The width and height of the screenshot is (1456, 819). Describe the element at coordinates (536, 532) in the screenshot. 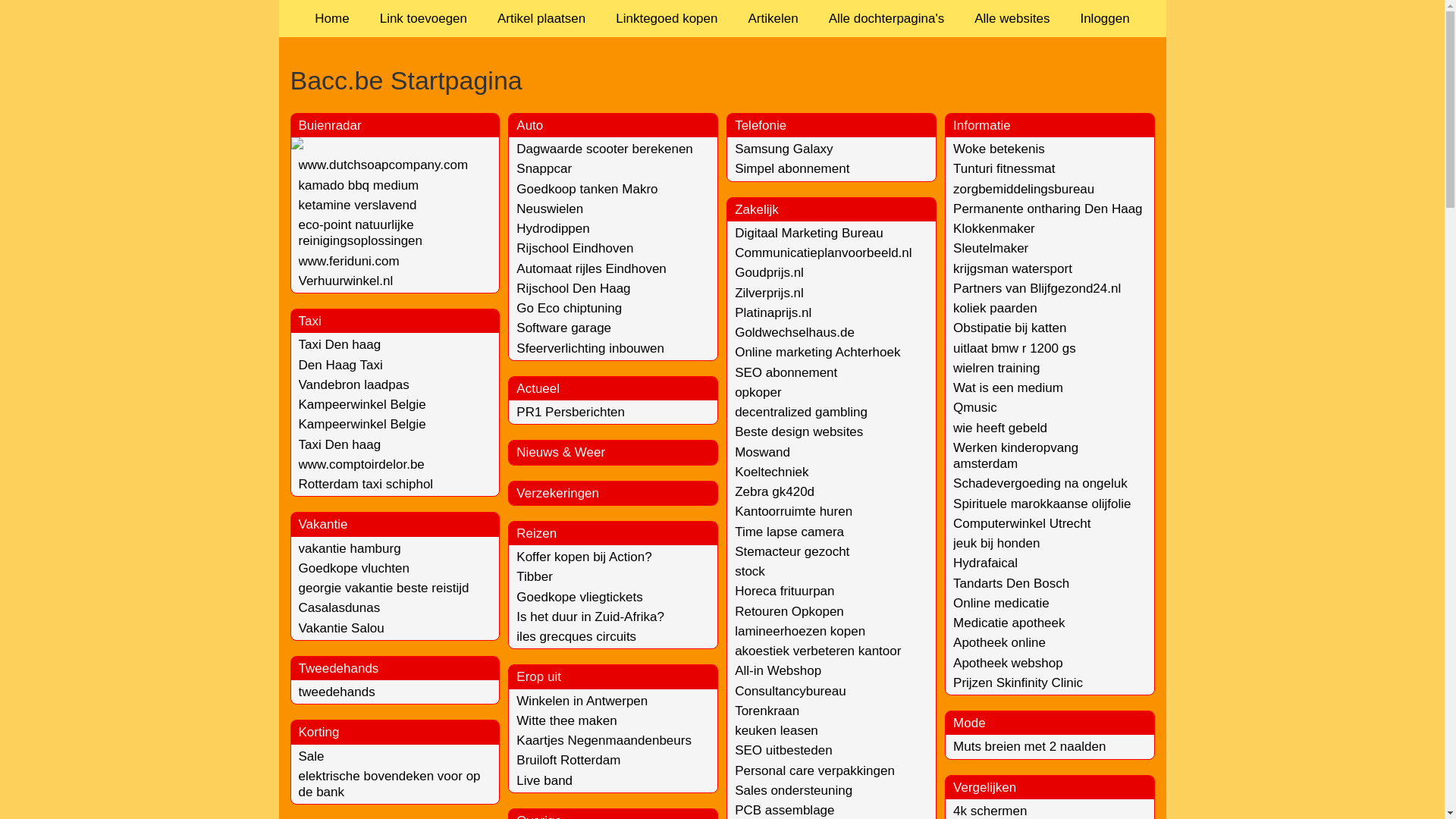

I see `'Reizen'` at that location.